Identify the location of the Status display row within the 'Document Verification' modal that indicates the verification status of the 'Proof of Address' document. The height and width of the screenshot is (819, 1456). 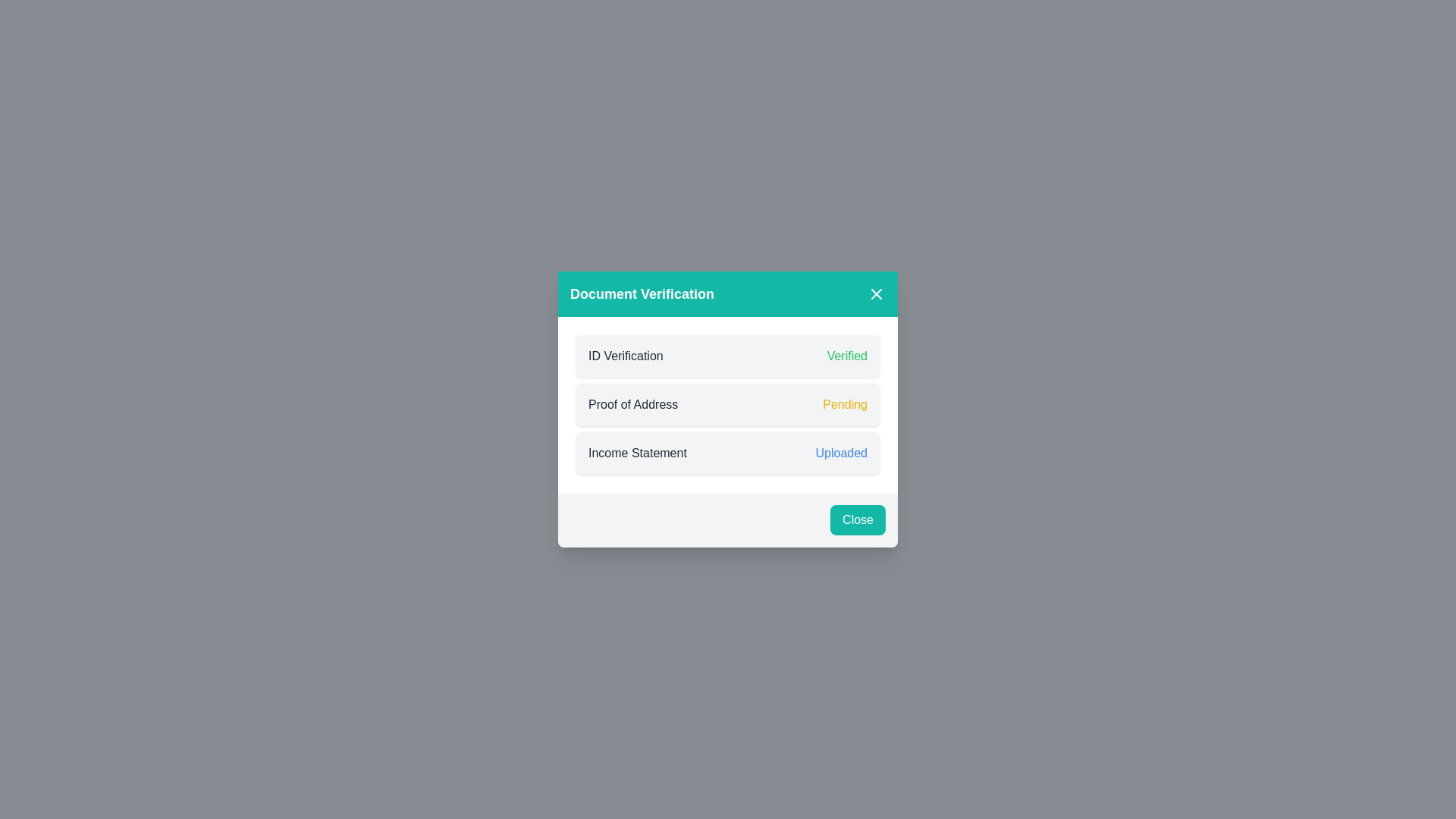
(728, 403).